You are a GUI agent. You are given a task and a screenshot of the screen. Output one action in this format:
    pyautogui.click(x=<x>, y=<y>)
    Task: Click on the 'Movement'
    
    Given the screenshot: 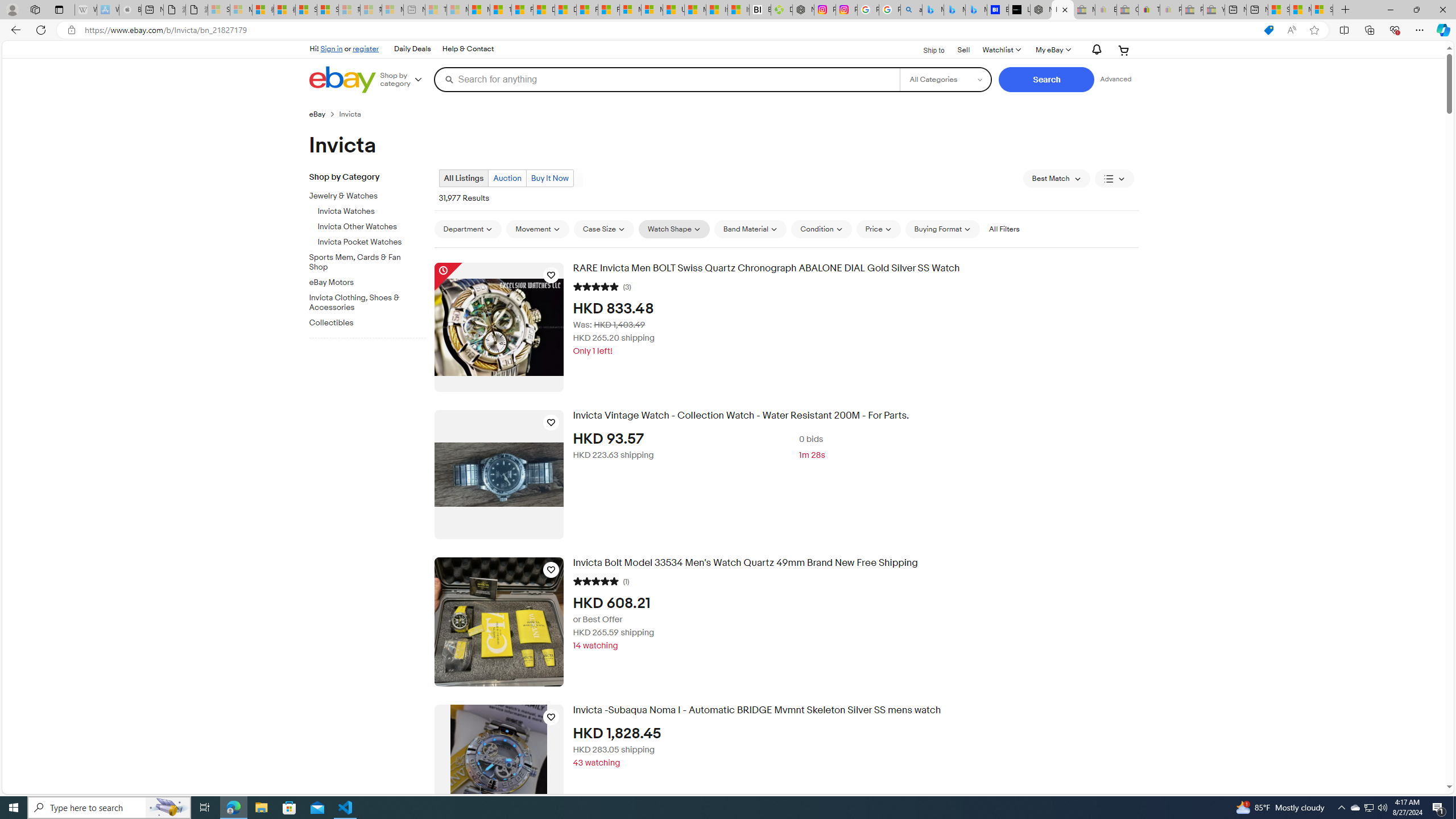 What is the action you would take?
    pyautogui.click(x=537, y=229)
    